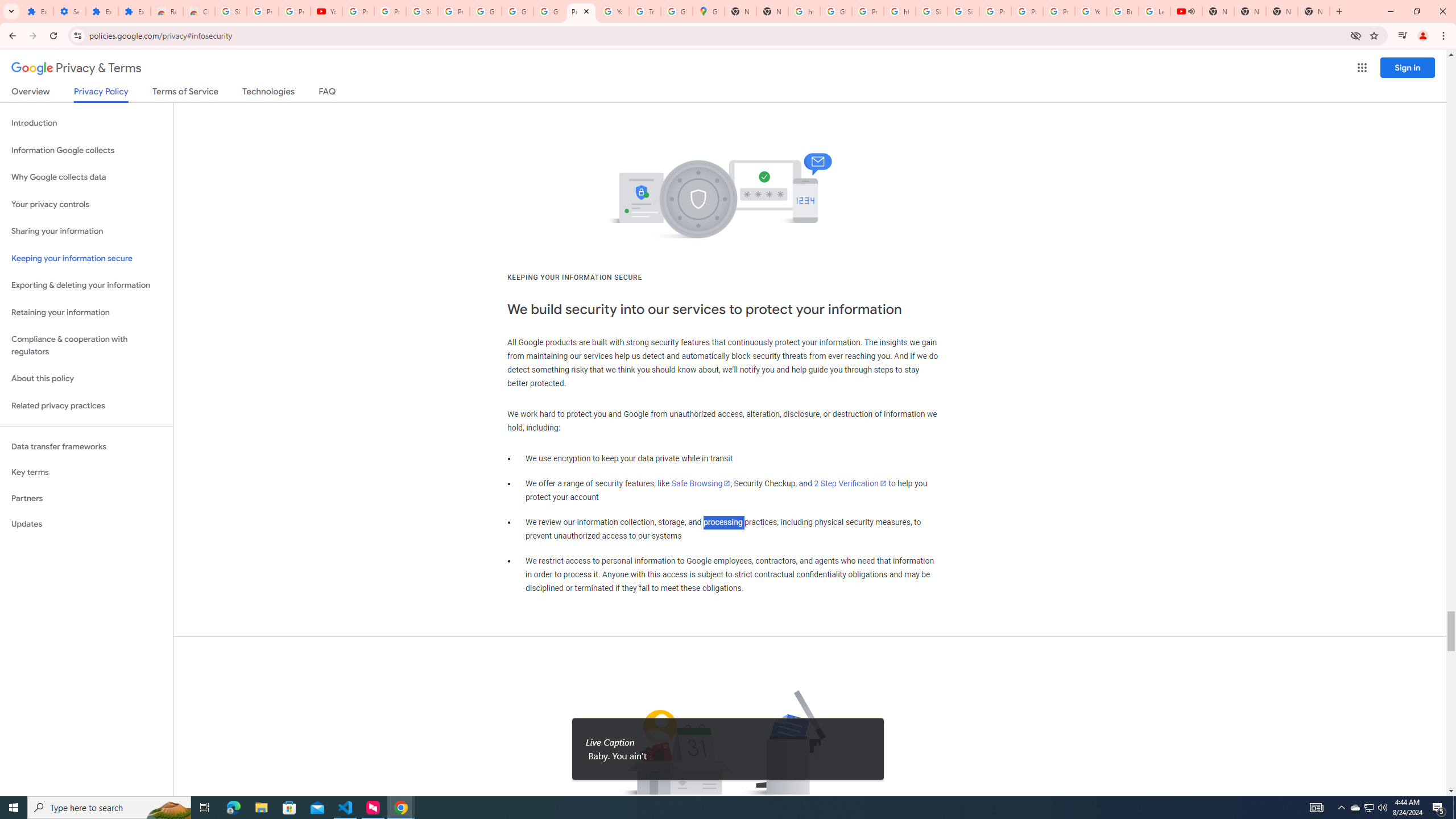 The image size is (1456, 819). I want to click on 'Privacy & Terms', so click(76, 68).